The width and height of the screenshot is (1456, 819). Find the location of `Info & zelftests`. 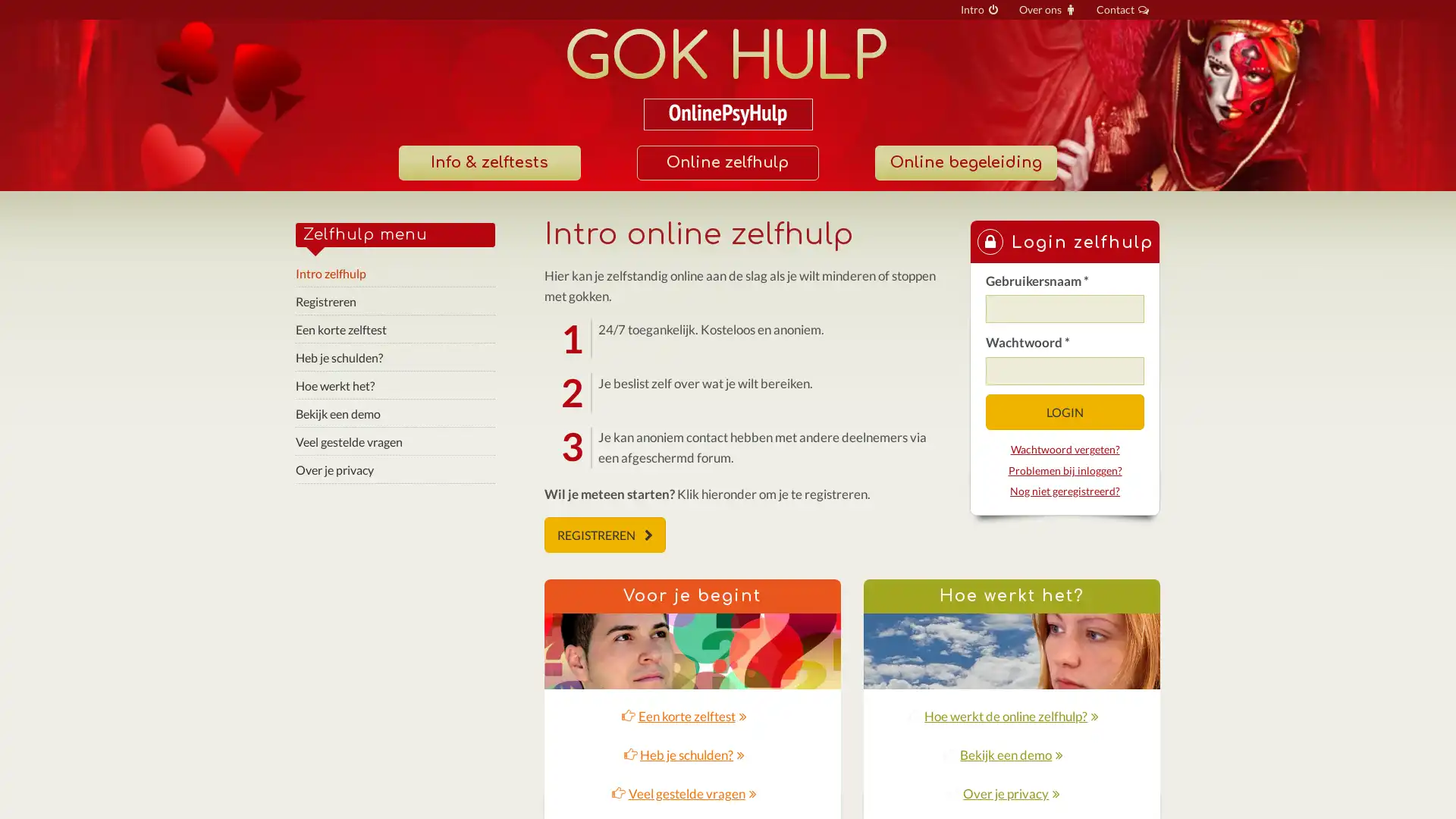

Info & zelftests is located at coordinates (488, 163).